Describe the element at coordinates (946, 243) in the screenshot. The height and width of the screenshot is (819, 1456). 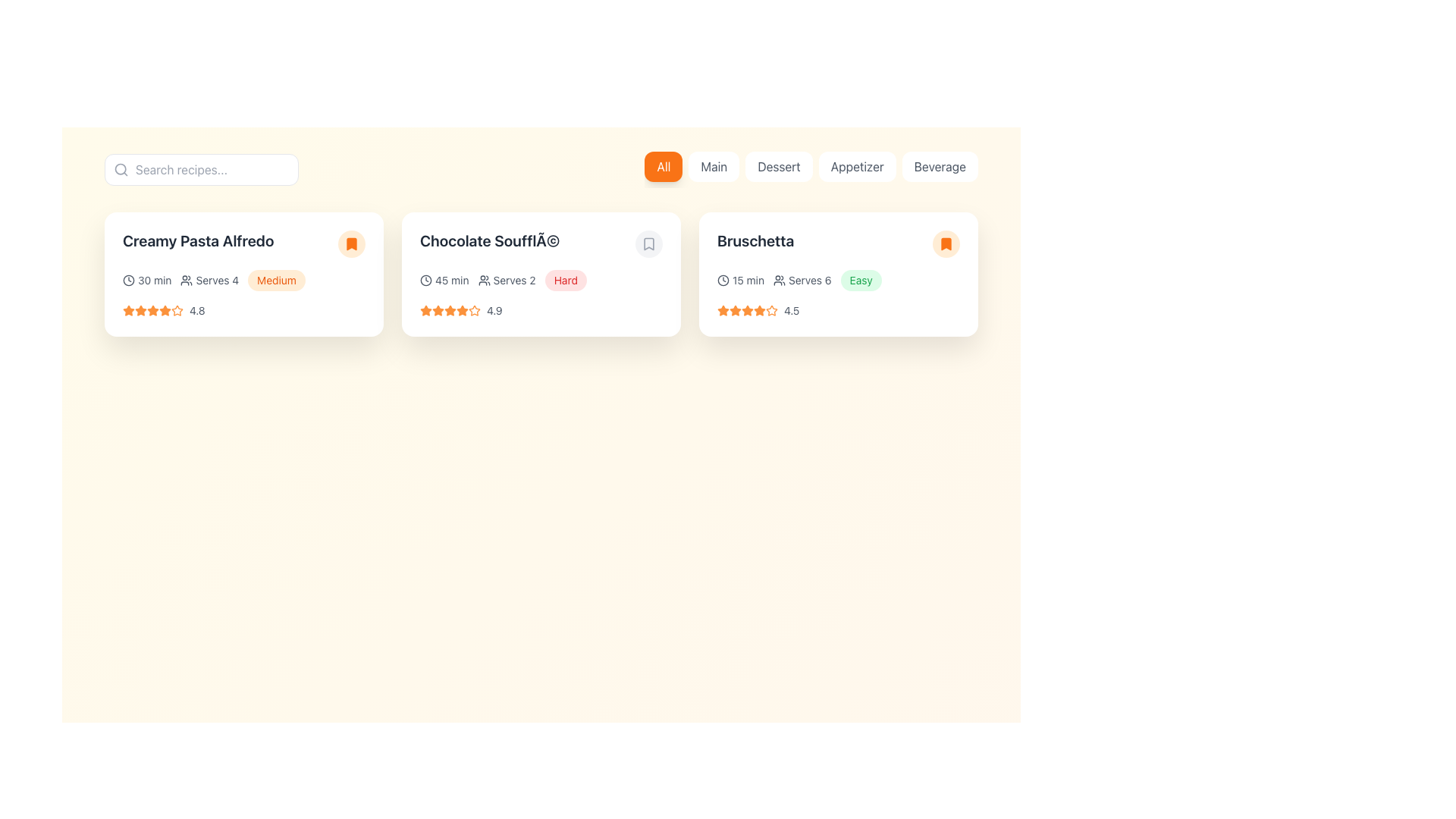
I see `the circular orange button with a bookmark icon located in the top-right corner of the 'Bruschetta' card to bookmark the item` at that location.